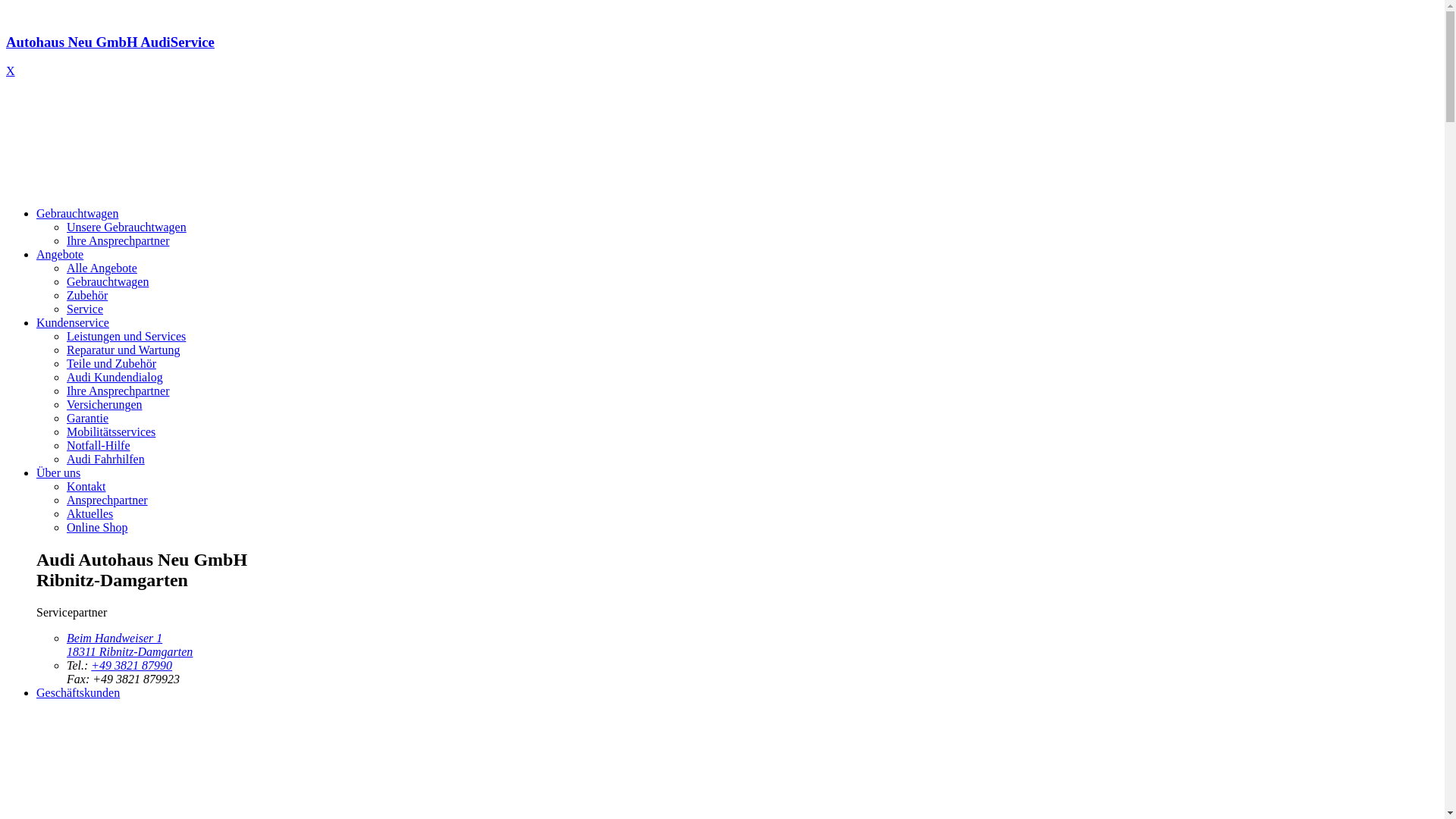 Image resolution: width=1456 pixels, height=819 pixels. Describe the element at coordinates (123, 350) in the screenshot. I see `'Reparatur und Wartung'` at that location.